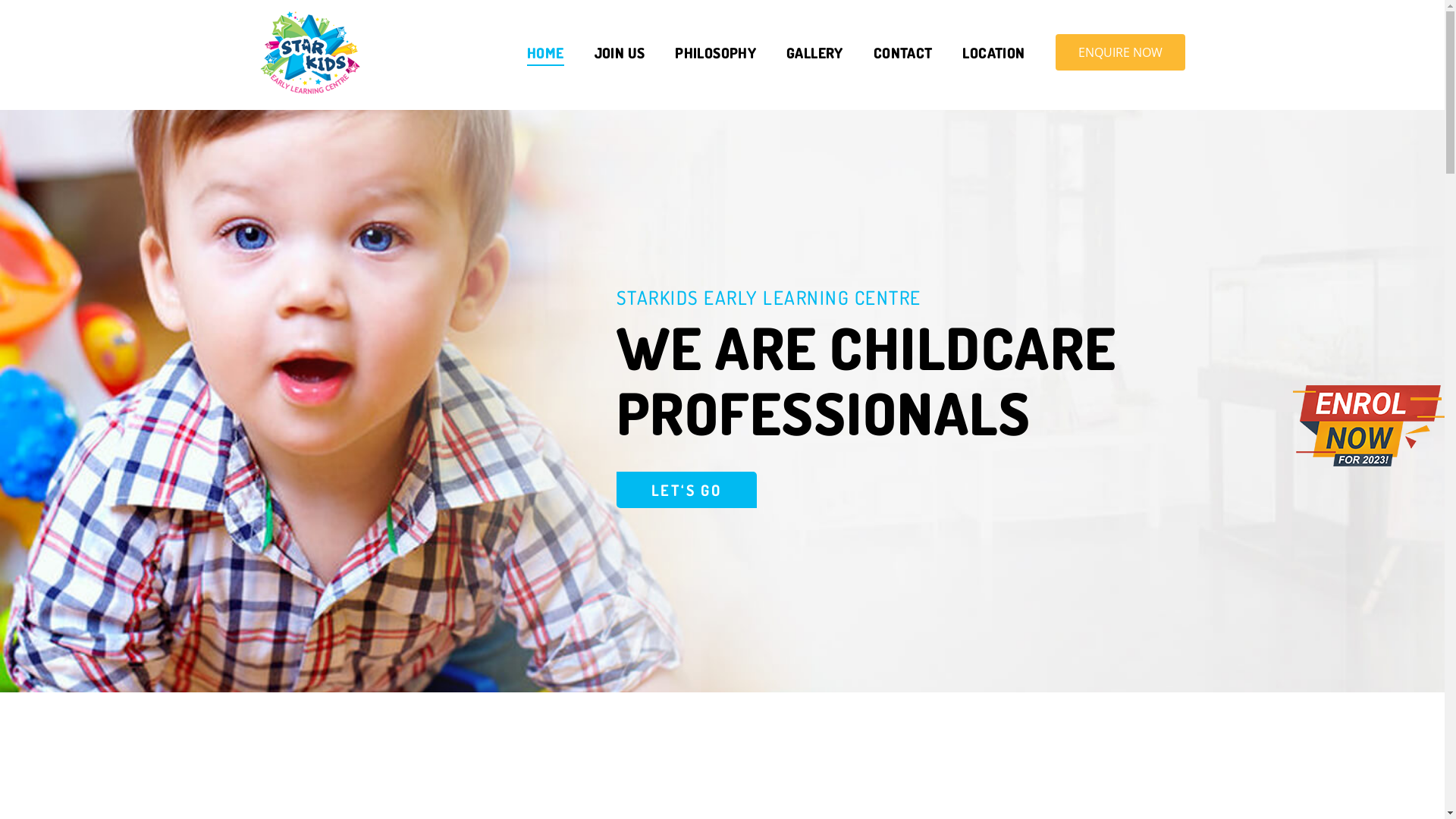  I want to click on 'ENQUIRE NOW', so click(1120, 52).